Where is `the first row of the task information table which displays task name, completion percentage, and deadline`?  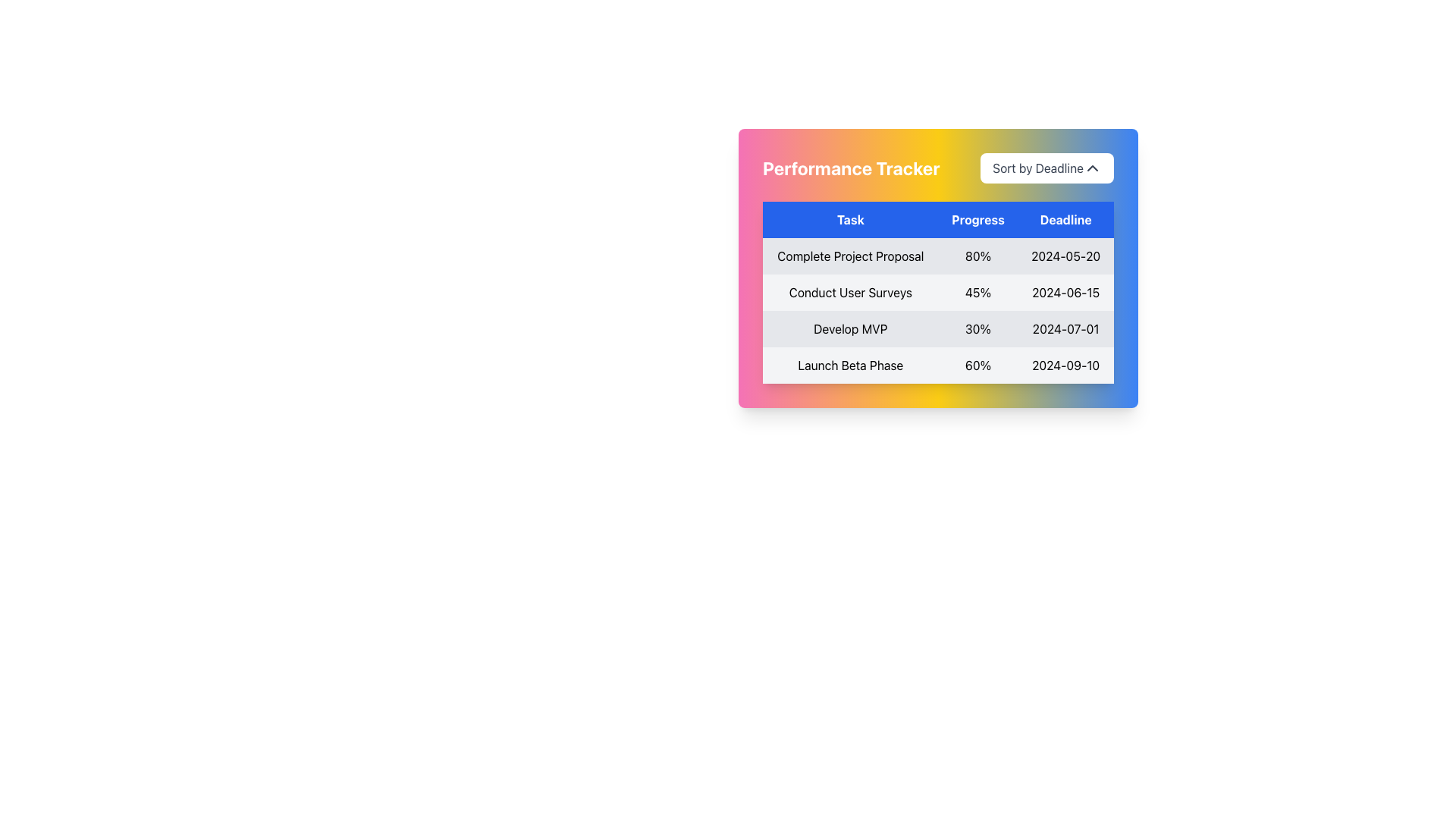 the first row of the task information table which displays task name, completion percentage, and deadline is located at coordinates (937, 256).